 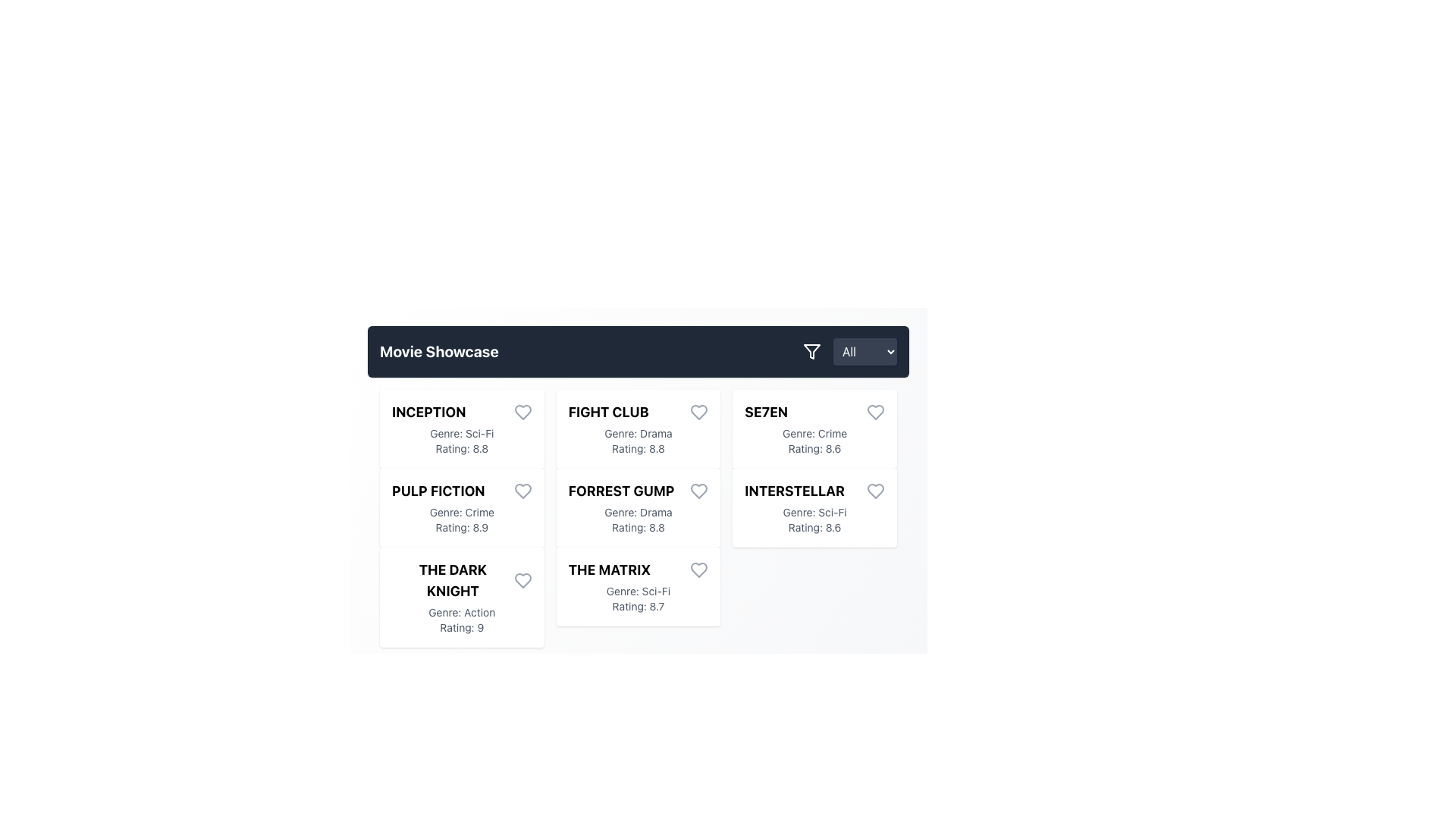 I want to click on the text label displaying 'Sci-Fi' which is part of the genre indication for the movie 'INCEPTION', so click(x=479, y=433).